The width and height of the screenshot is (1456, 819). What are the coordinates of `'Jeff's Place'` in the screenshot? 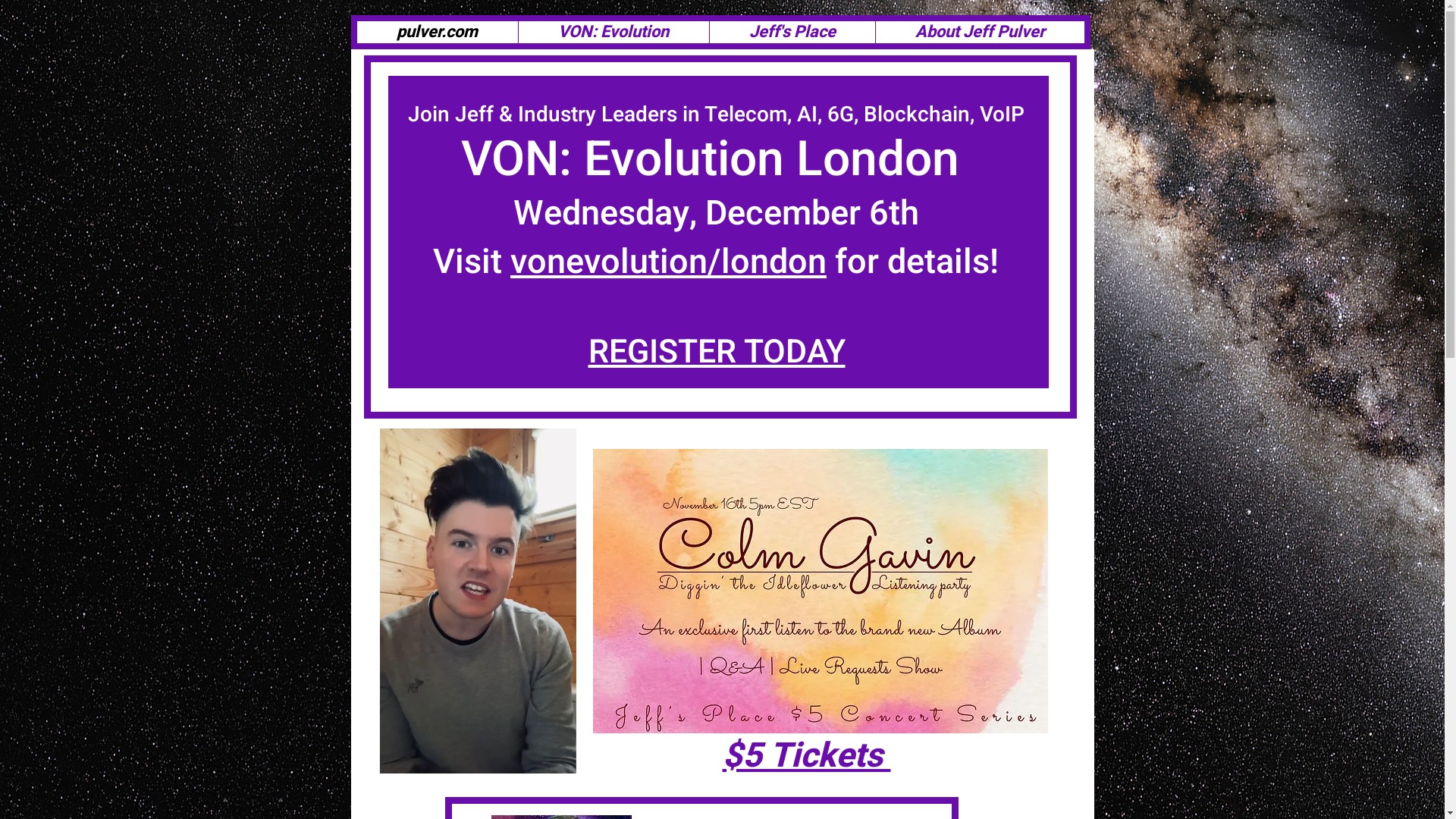 It's located at (790, 32).